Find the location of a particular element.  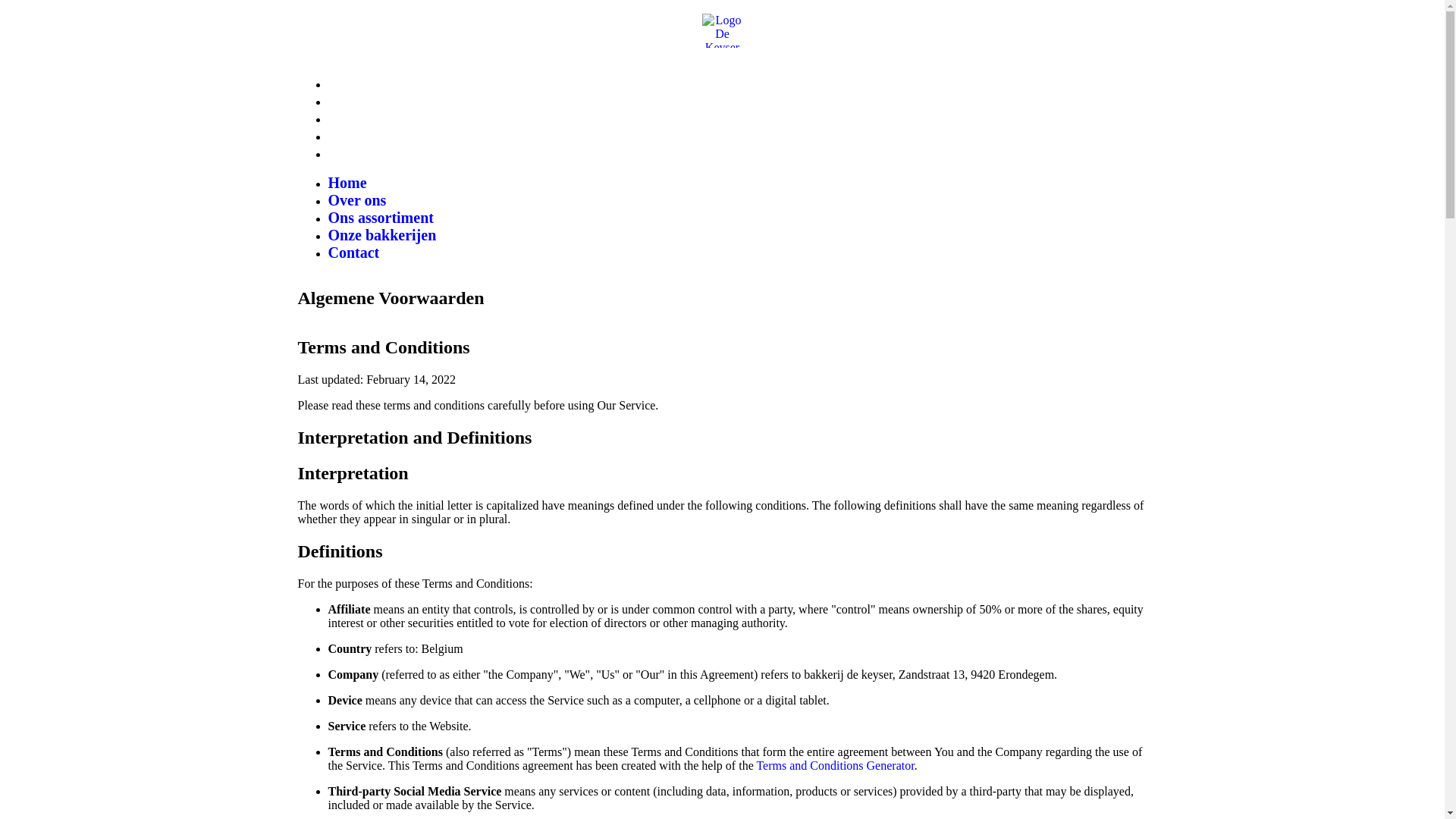

'Ons assortiment' is located at coordinates (380, 217).